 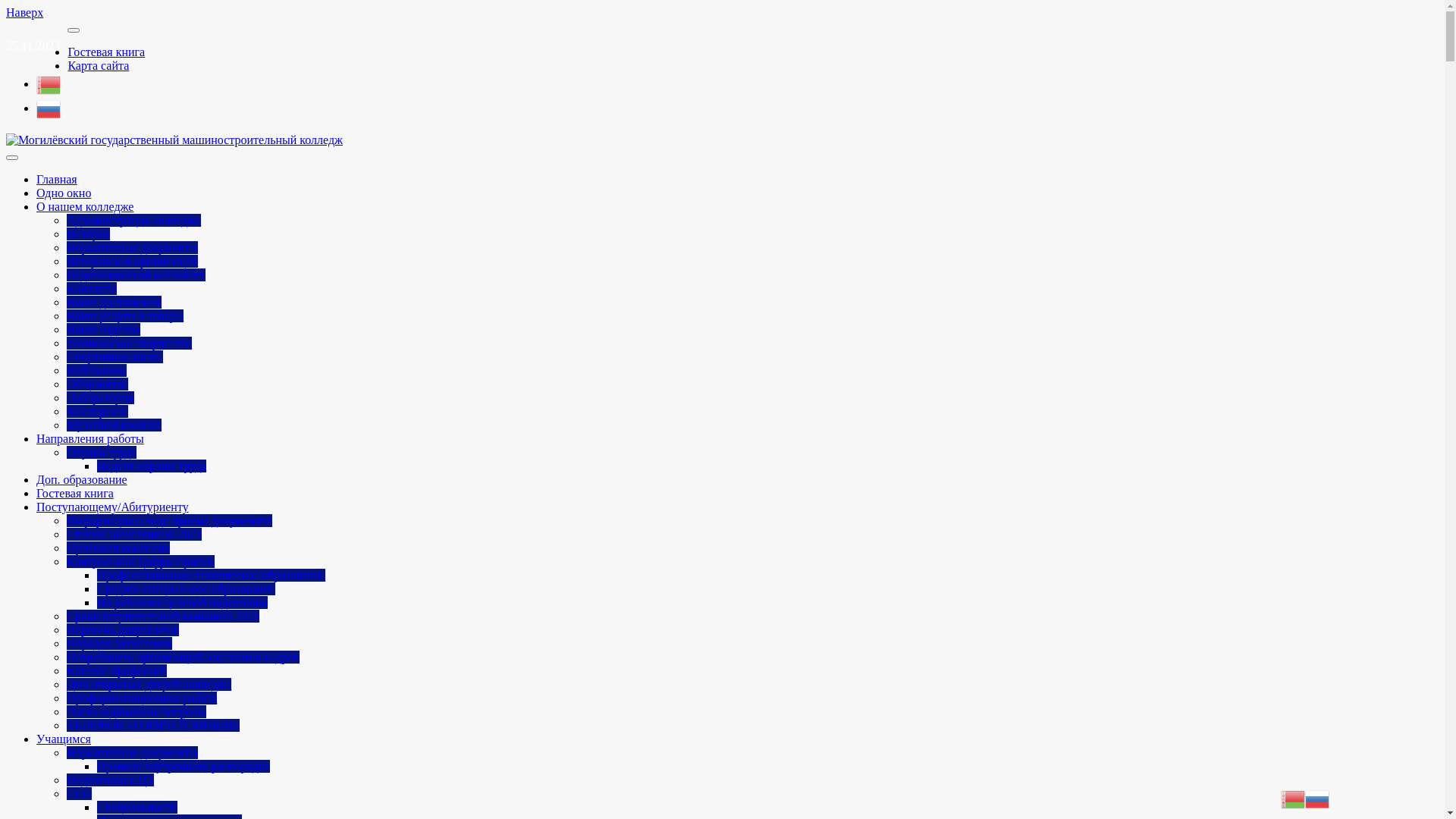 What do you see at coordinates (11, 158) in the screenshot?
I see `'Toggle navigation'` at bounding box center [11, 158].